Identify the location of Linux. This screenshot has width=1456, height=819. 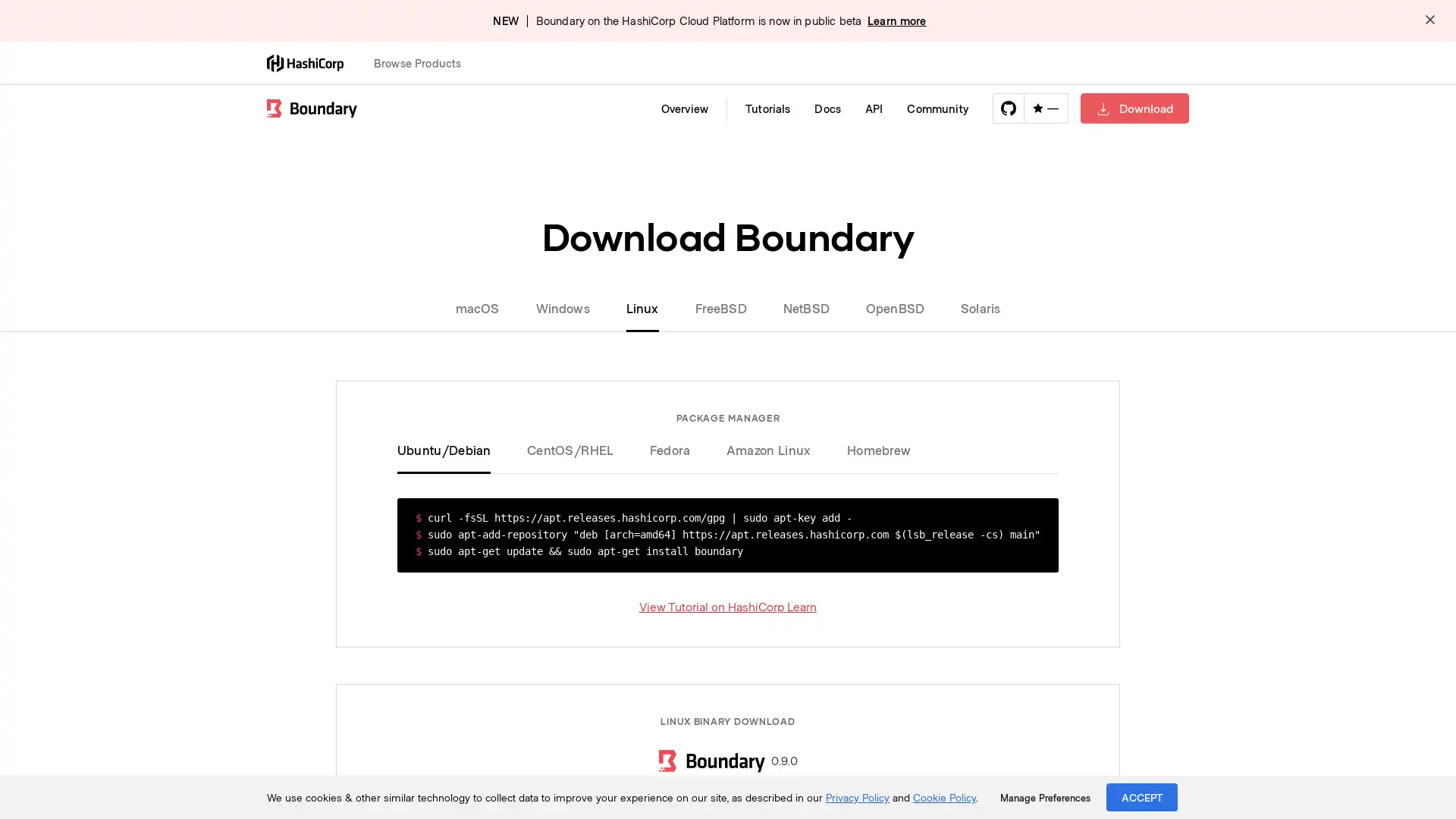
(642, 307).